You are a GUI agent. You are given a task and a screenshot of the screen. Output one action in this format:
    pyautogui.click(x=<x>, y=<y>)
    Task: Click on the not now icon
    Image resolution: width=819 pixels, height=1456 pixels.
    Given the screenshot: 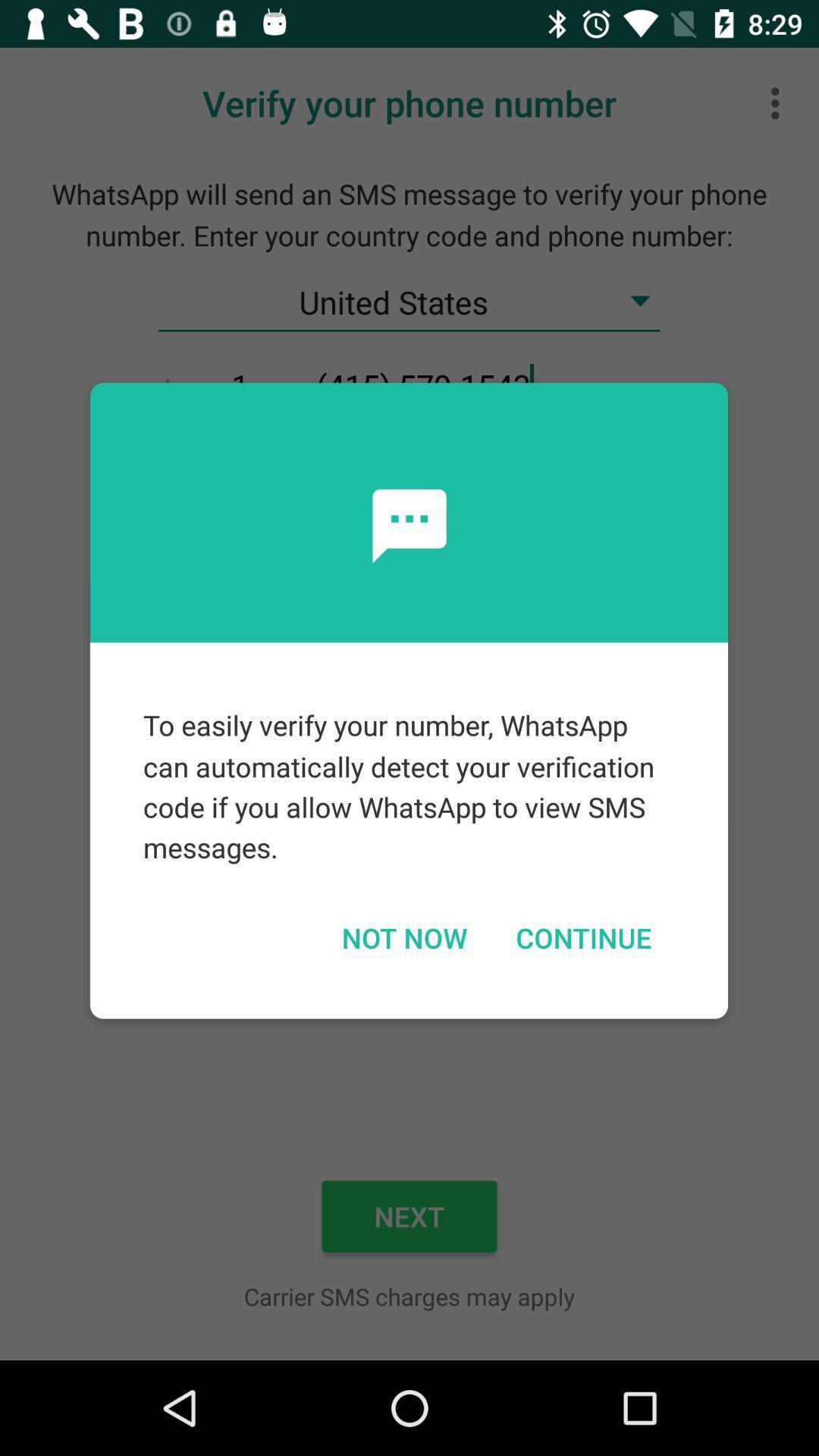 What is the action you would take?
    pyautogui.click(x=403, y=937)
    